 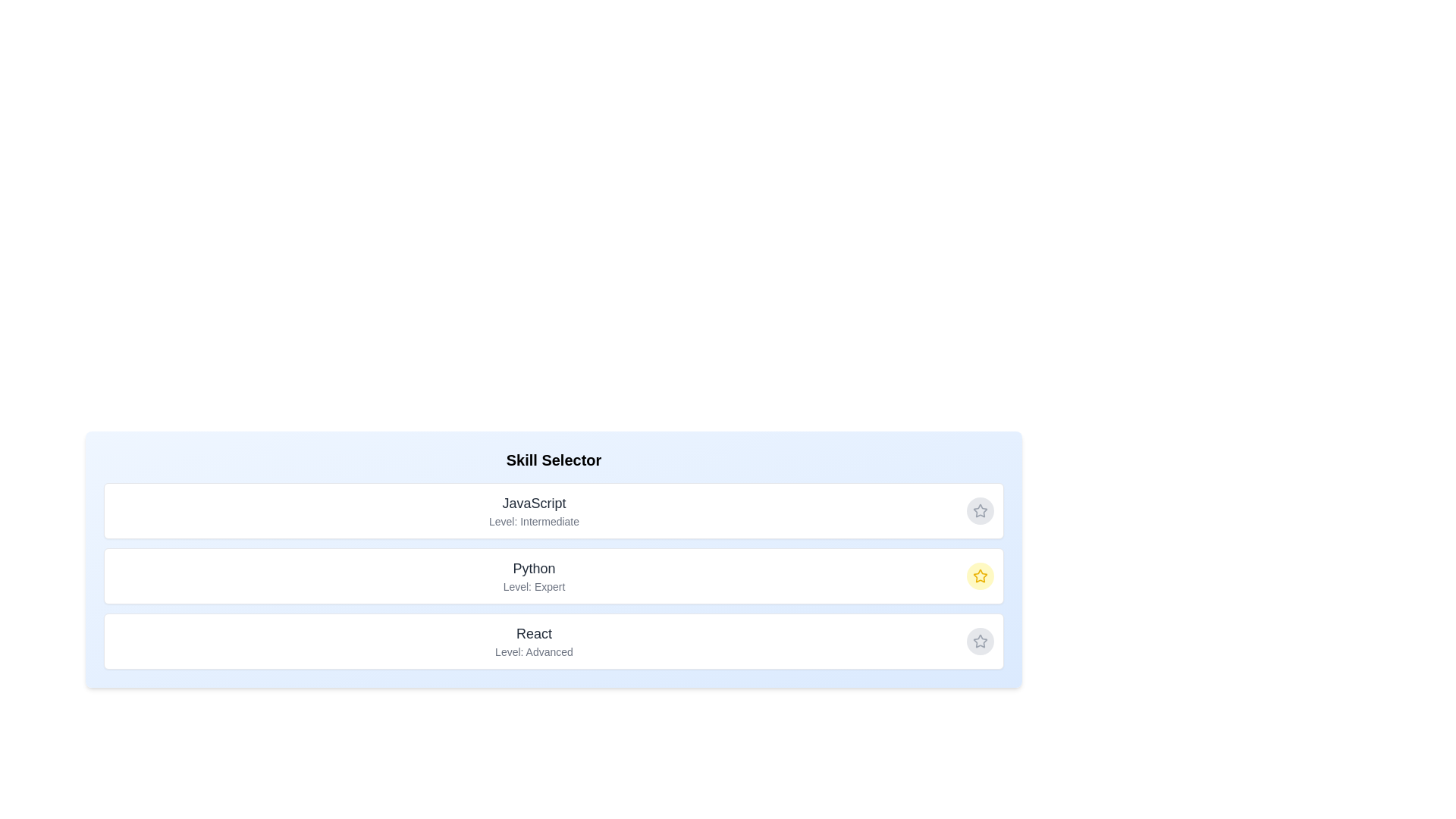 What do you see at coordinates (553, 576) in the screenshot?
I see `the skill item Python to inspect its hover effects` at bounding box center [553, 576].